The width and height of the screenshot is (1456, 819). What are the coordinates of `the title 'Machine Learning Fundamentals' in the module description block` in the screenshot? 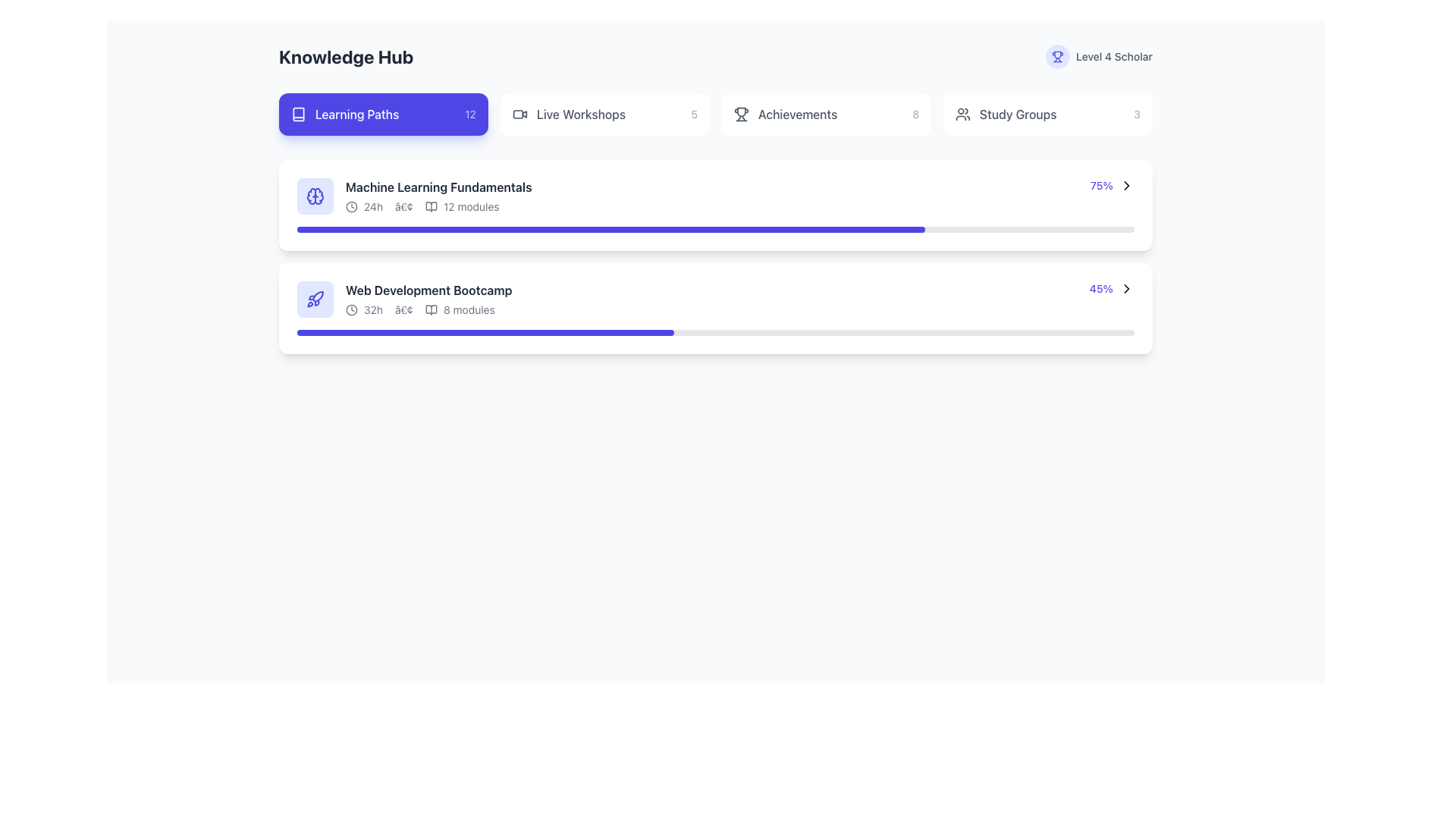 It's located at (414, 195).